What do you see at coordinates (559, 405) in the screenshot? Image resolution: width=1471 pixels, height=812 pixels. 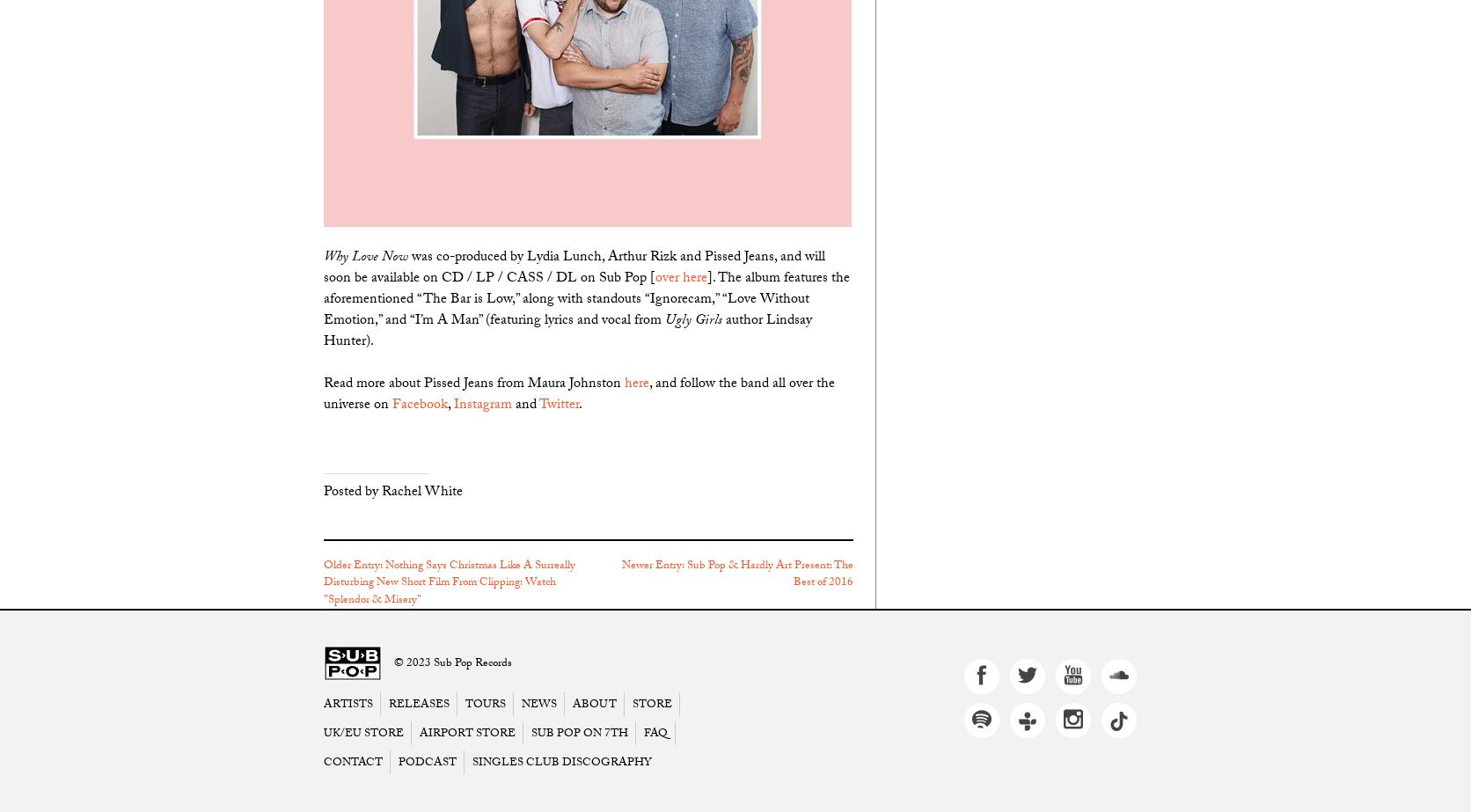 I see `'Twitter'` at bounding box center [559, 405].